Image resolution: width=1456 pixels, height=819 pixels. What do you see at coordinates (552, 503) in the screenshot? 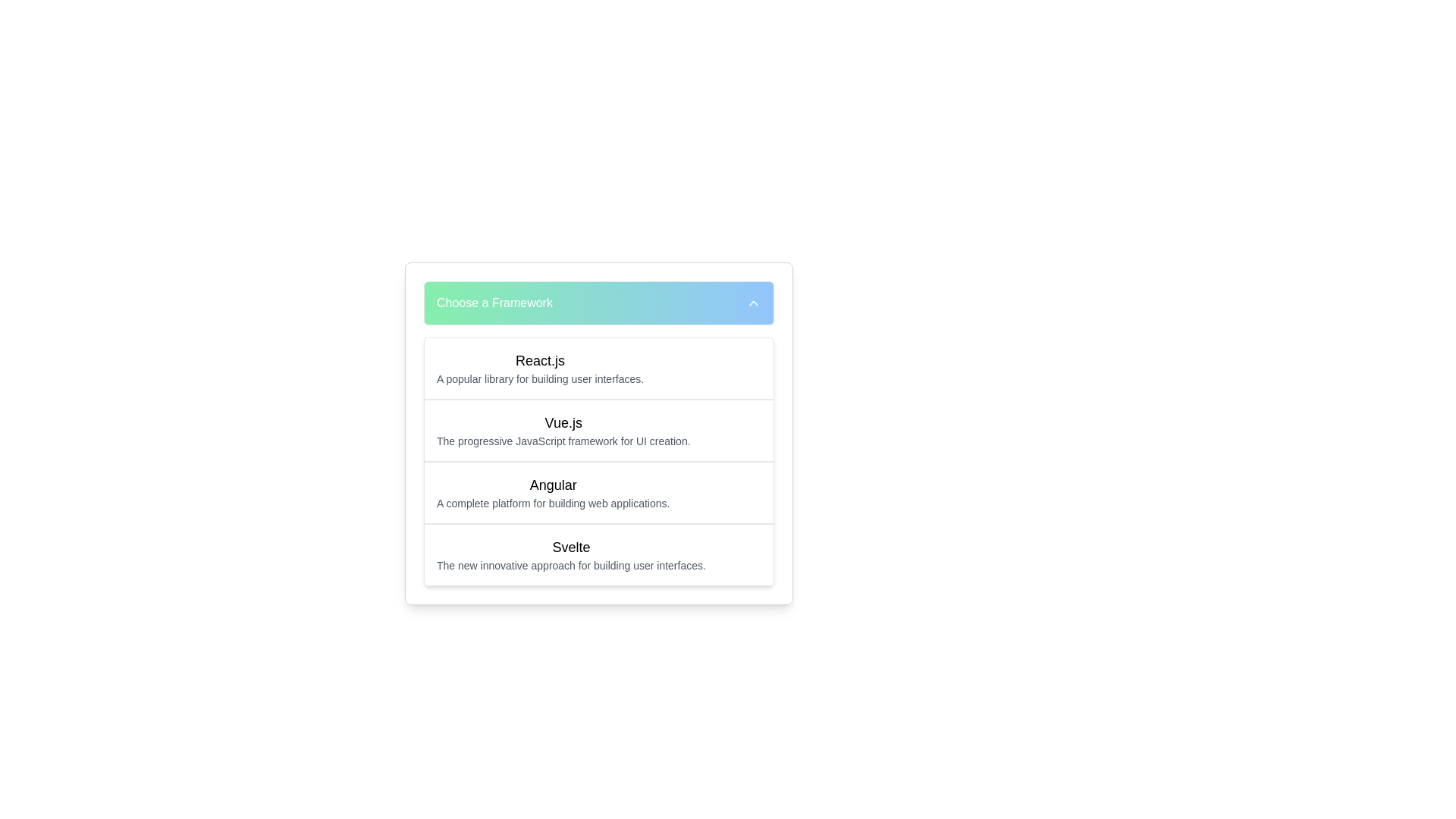
I see `the gray text label that reads 'A complete platform for building web applications.' located within the 'Angular' card, positioned below the title 'Angular'` at bounding box center [552, 503].